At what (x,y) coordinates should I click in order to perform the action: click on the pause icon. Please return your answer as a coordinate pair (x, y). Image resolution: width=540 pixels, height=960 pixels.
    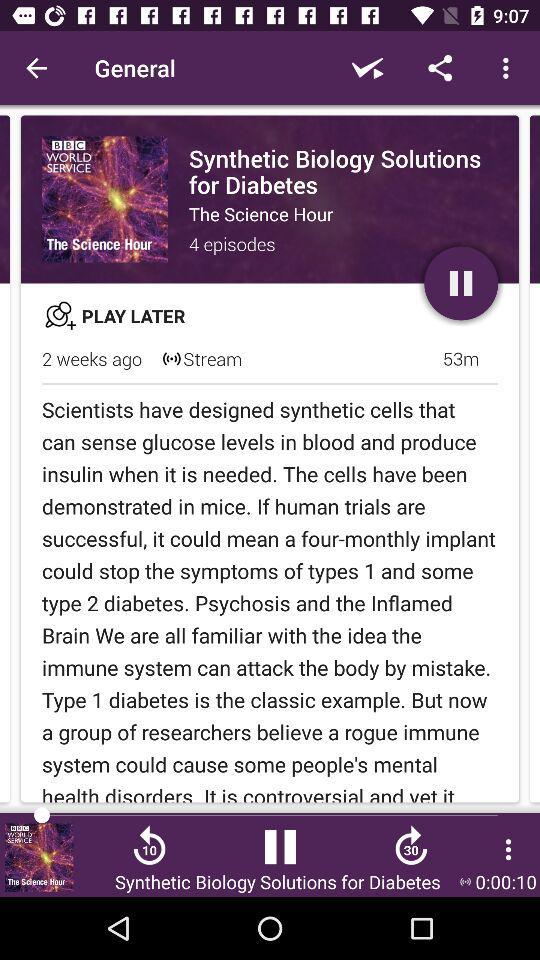
    Looking at the image, I should click on (279, 853).